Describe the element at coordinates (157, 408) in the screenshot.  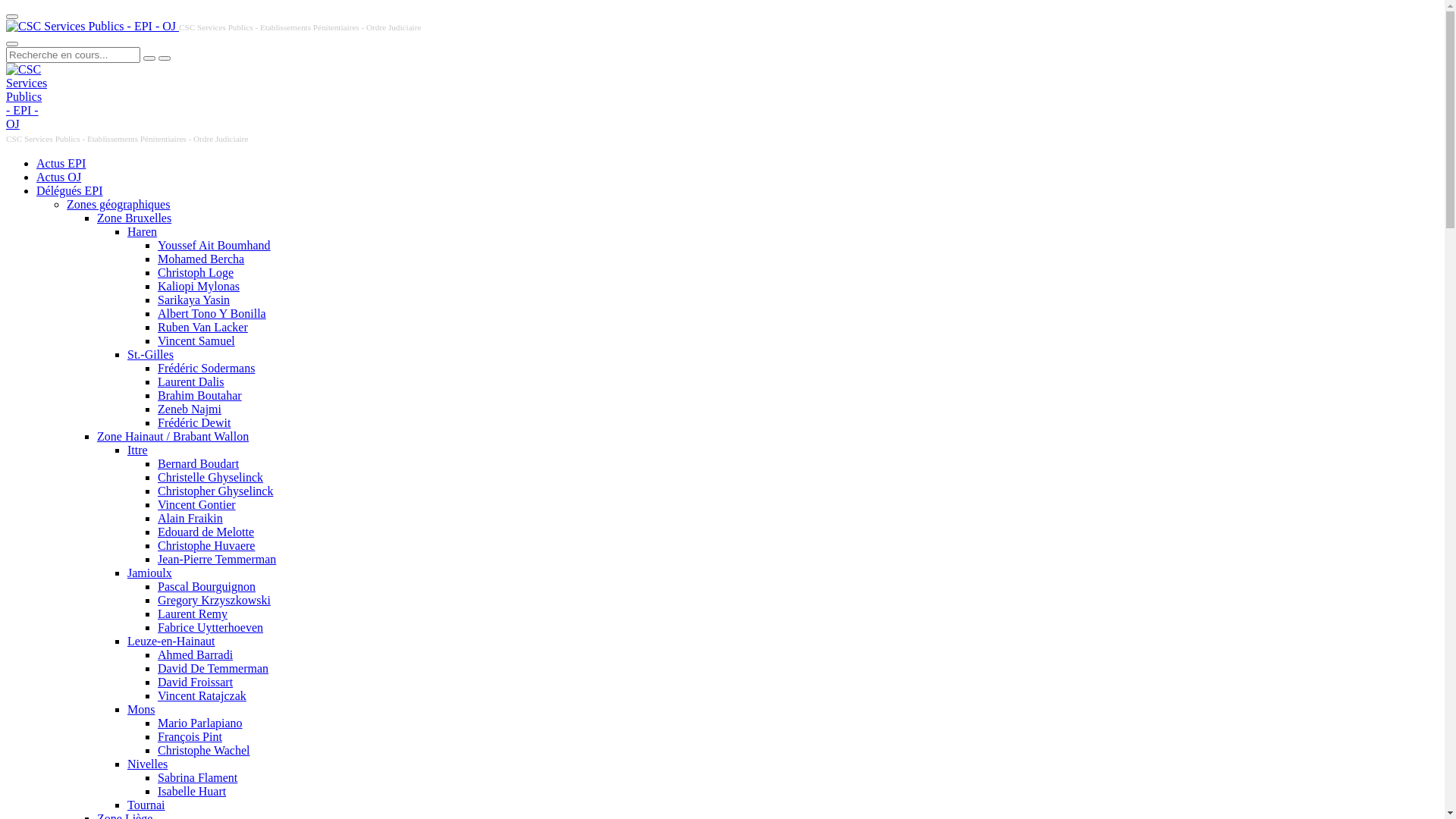
I see `'Zeneb Najmi'` at that location.